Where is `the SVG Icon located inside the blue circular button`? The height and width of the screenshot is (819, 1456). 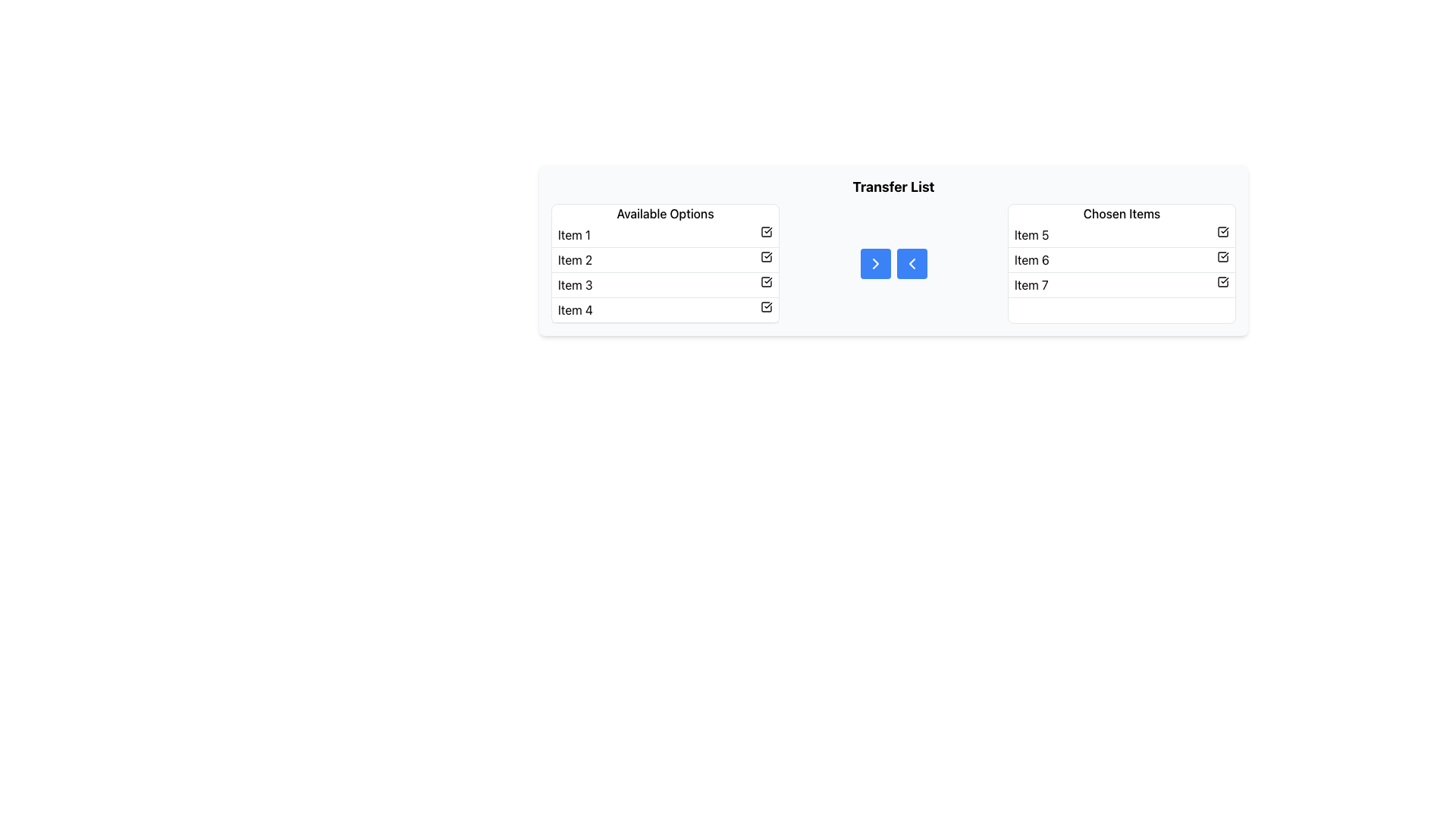
the SVG Icon located inside the blue circular button is located at coordinates (875, 262).